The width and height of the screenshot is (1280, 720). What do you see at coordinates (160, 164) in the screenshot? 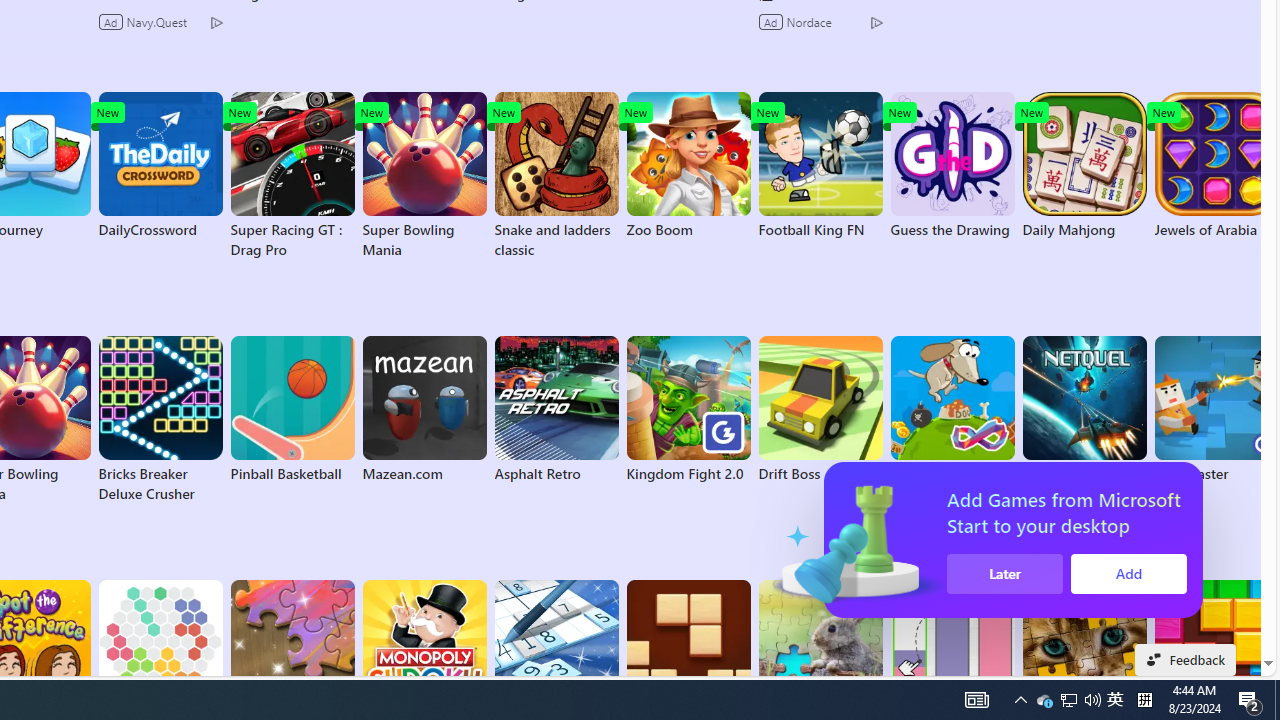
I see `'DailyCrossword'` at bounding box center [160, 164].